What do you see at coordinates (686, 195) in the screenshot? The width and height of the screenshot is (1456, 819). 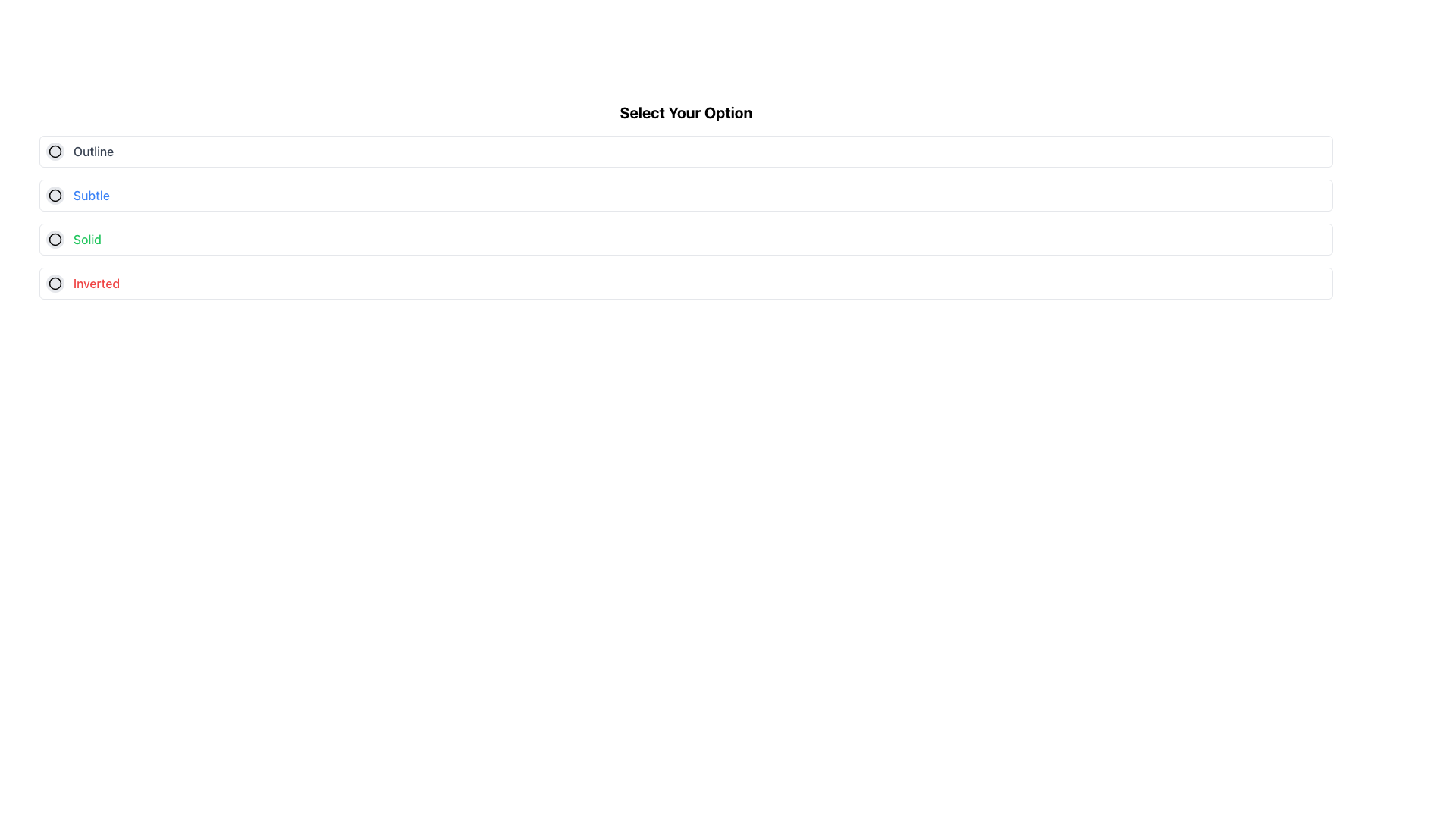 I see `the second button-like selectable option labeled 'Subtle' using keyboard navigation` at bounding box center [686, 195].